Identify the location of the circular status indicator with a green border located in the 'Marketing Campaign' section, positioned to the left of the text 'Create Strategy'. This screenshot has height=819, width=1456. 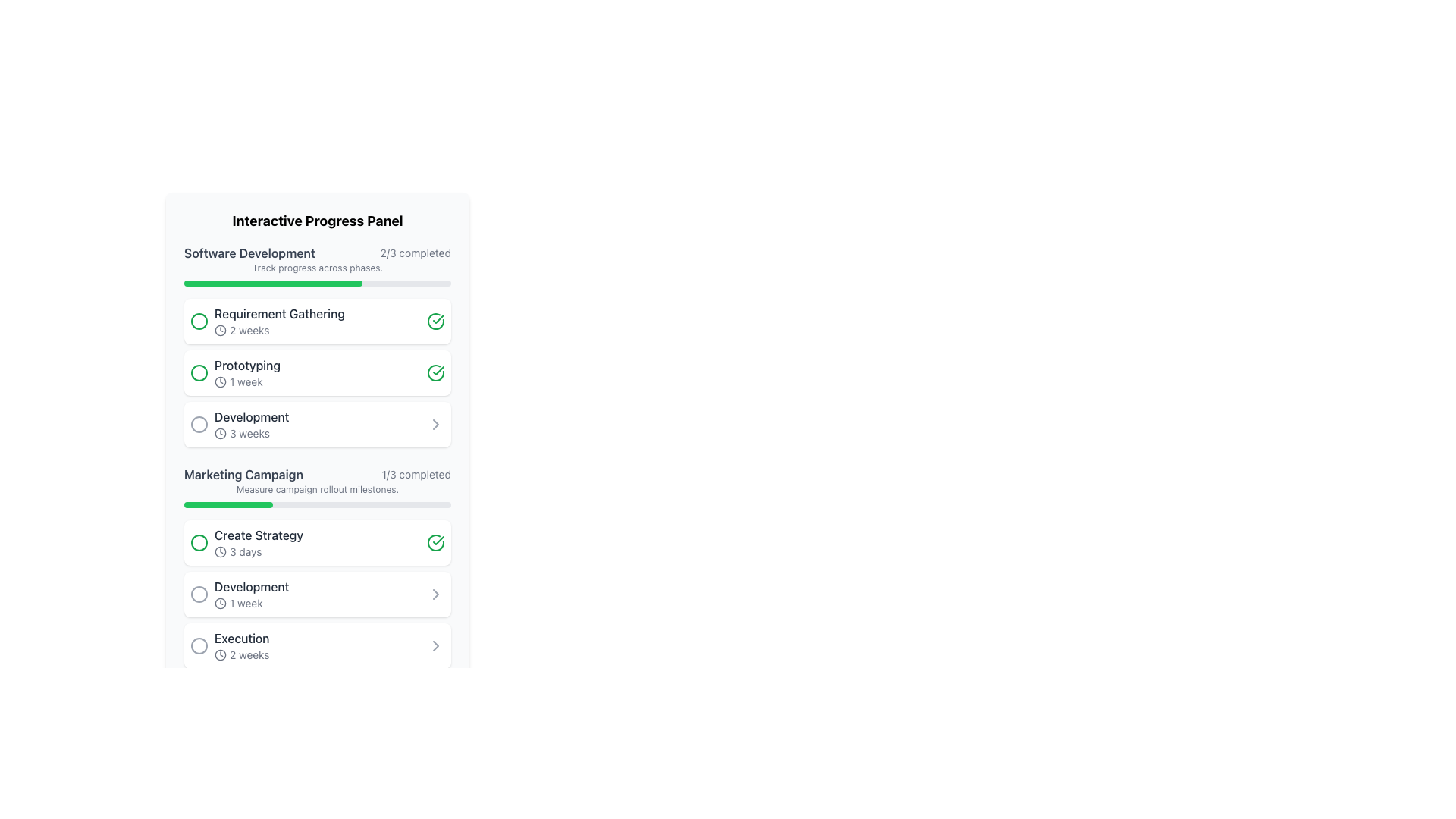
(199, 542).